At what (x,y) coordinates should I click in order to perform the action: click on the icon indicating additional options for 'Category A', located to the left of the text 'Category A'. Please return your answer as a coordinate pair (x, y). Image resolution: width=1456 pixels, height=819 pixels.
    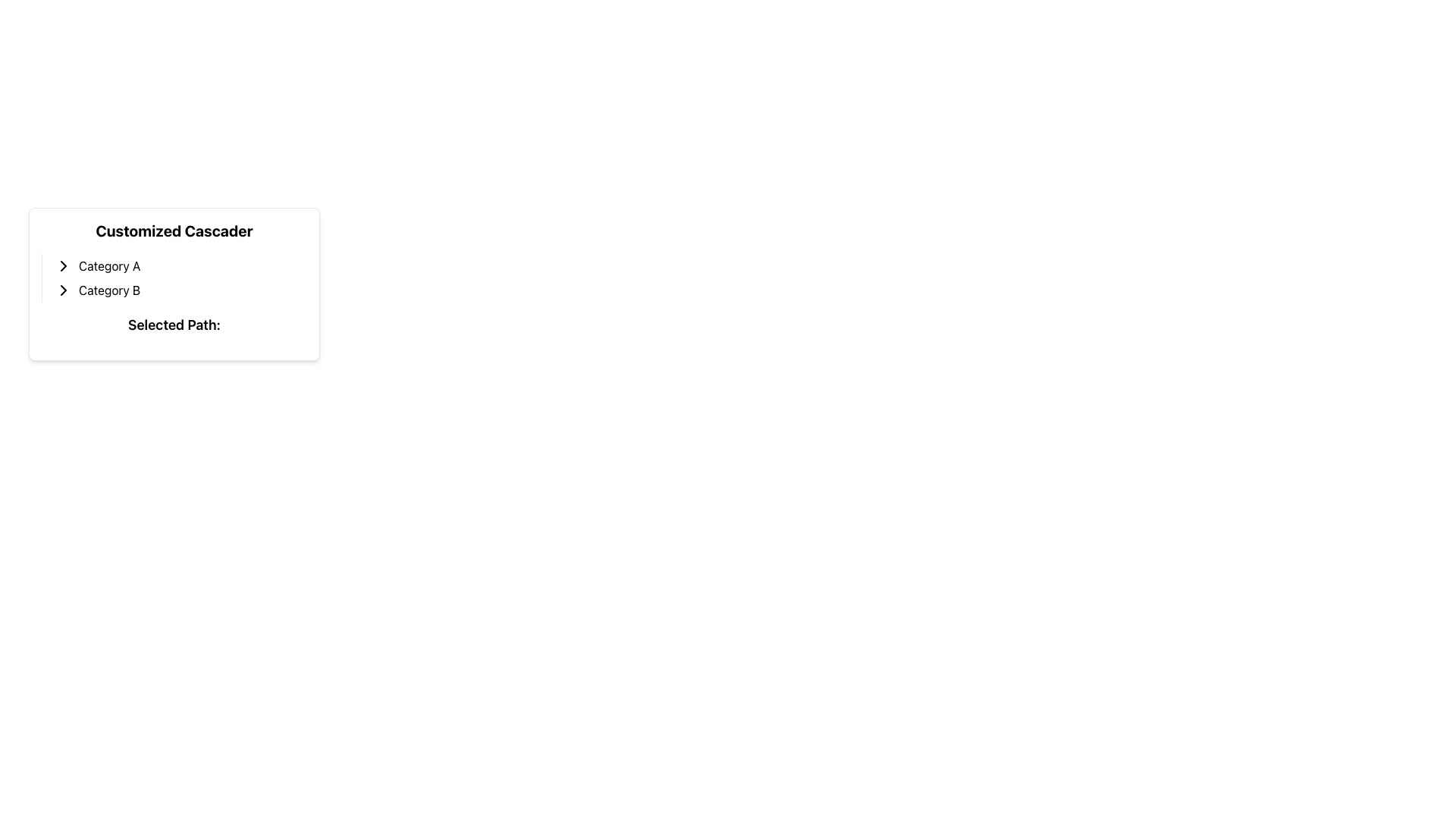
    Looking at the image, I should click on (62, 265).